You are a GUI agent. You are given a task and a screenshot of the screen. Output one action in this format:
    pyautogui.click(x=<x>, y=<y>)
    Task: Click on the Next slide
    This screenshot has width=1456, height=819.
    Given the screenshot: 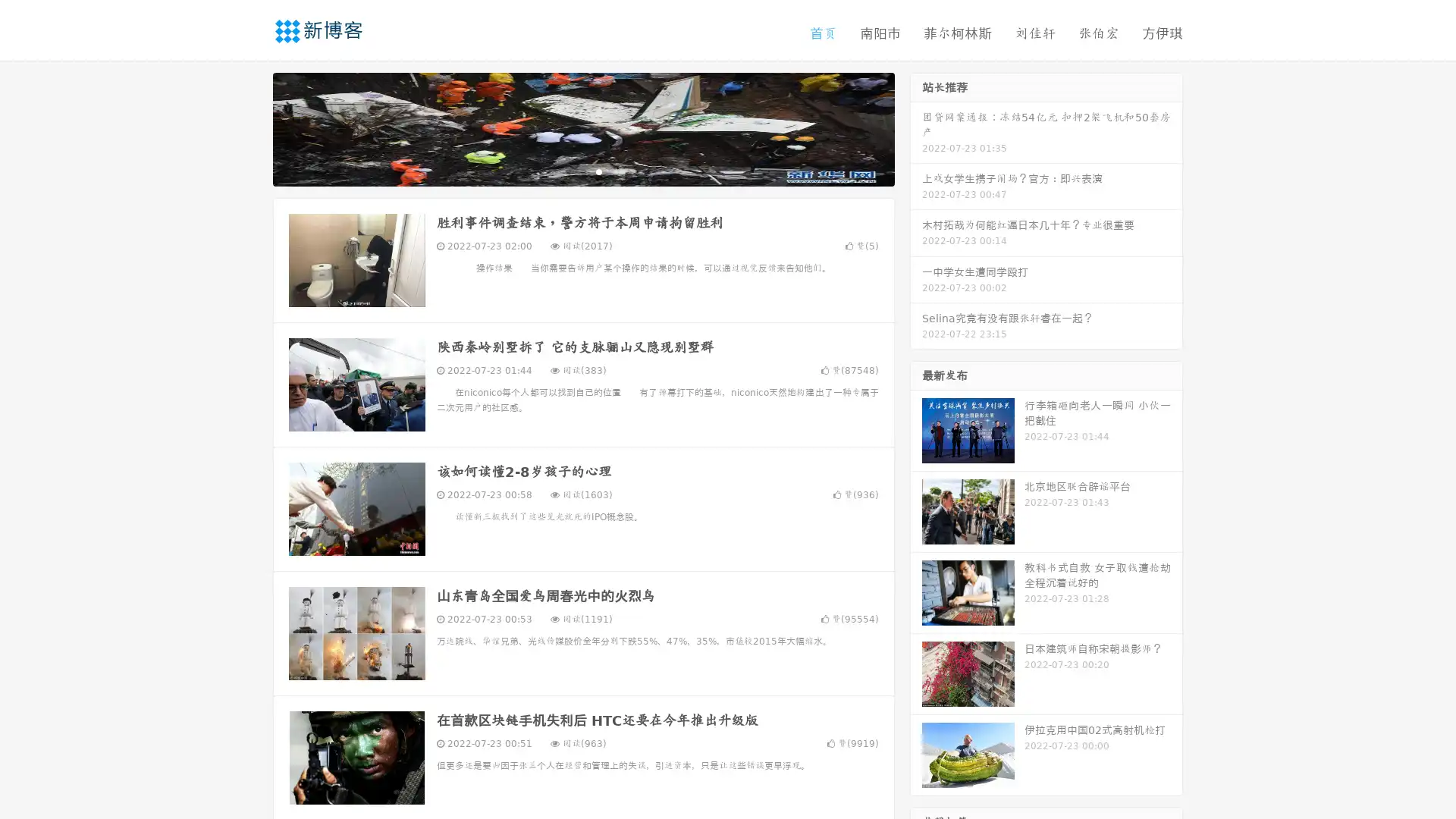 What is the action you would take?
    pyautogui.click(x=916, y=127)
    